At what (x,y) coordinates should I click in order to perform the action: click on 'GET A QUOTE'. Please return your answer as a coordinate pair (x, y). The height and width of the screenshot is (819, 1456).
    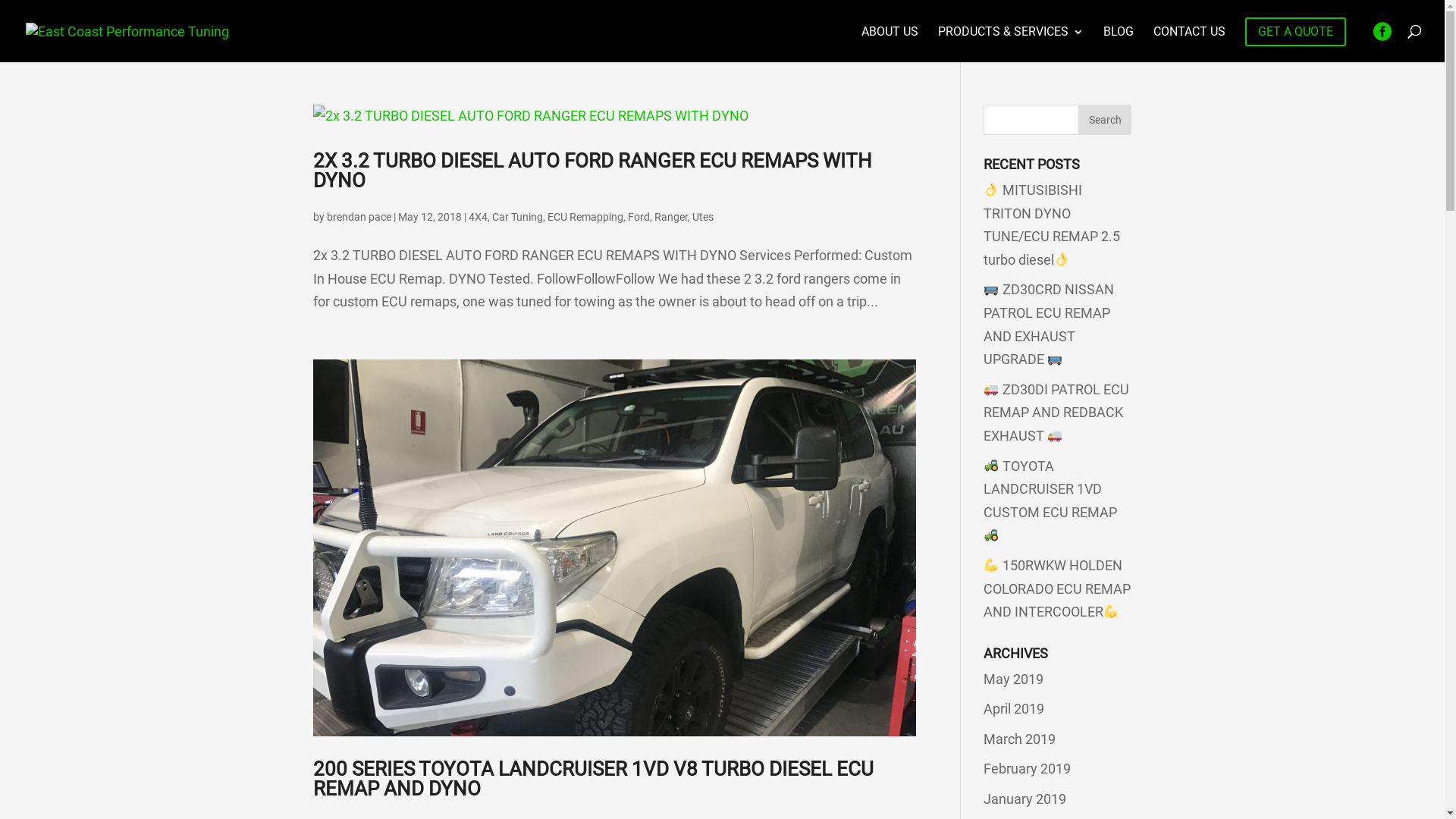
    Looking at the image, I should click on (1244, 32).